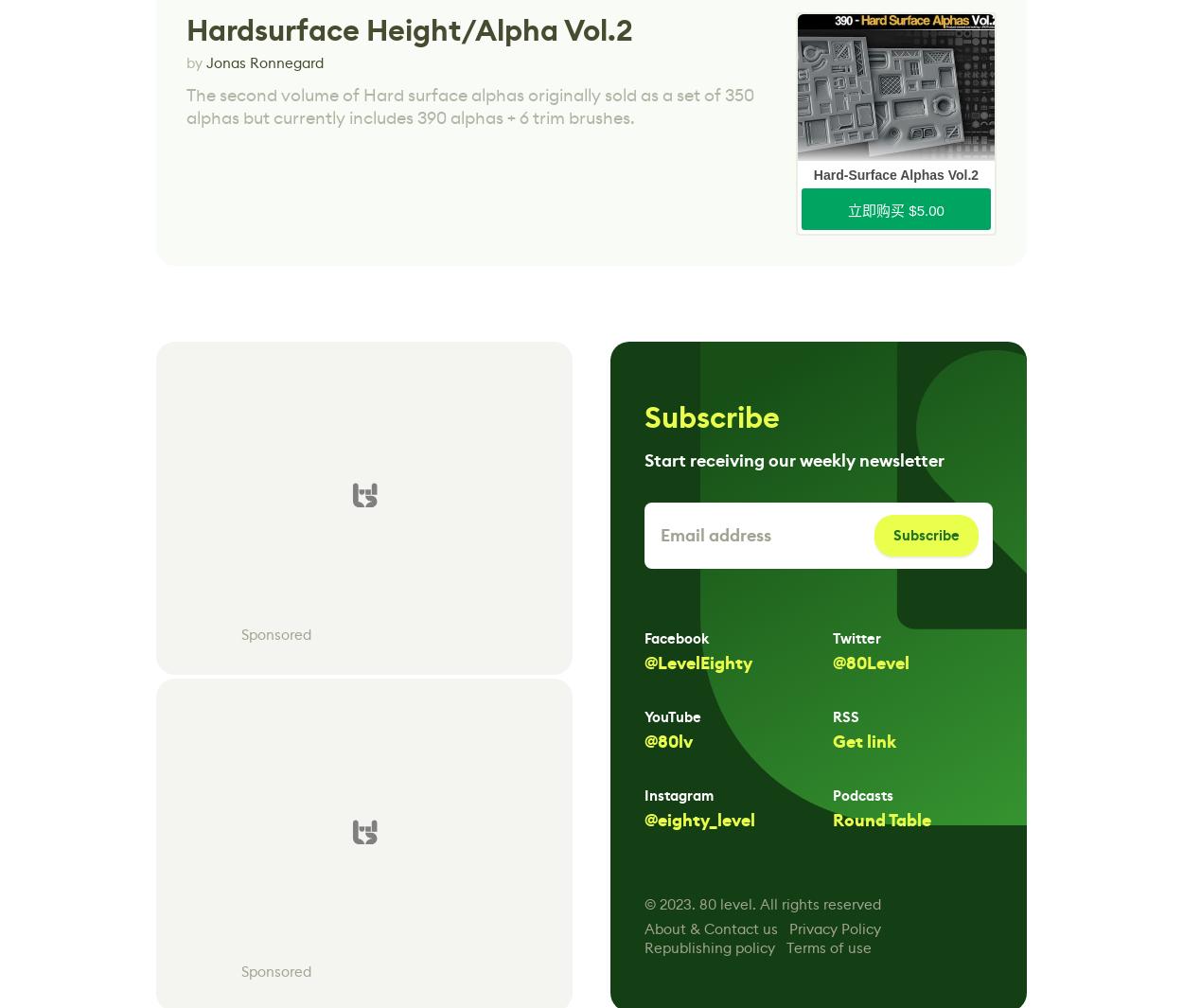 The width and height of the screenshot is (1183, 1008). What do you see at coordinates (871, 663) in the screenshot?
I see `'@80Level'` at bounding box center [871, 663].